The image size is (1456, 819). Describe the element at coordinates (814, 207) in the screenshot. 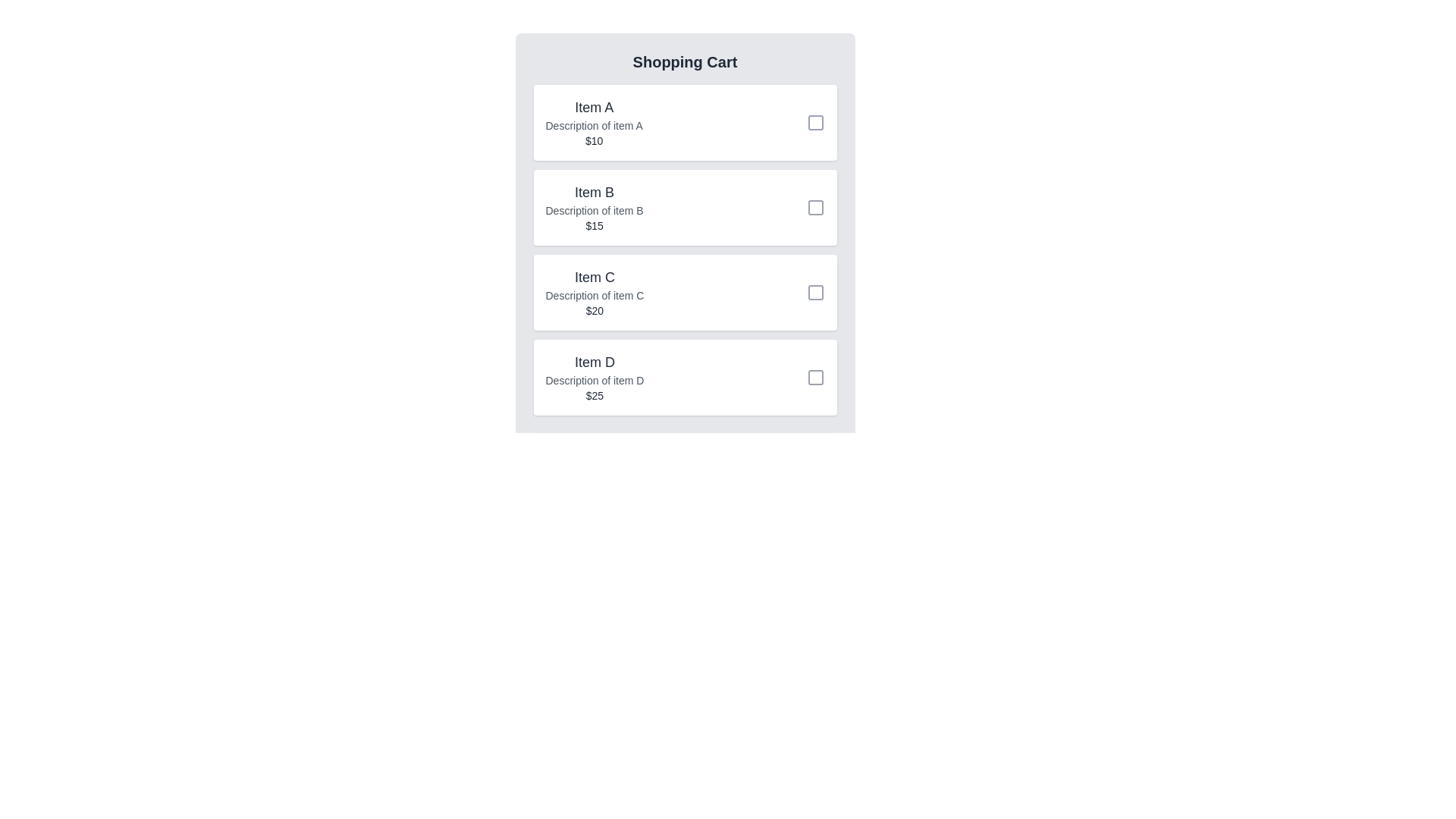

I see `the Checkbox element associated with 'Item B'` at that location.